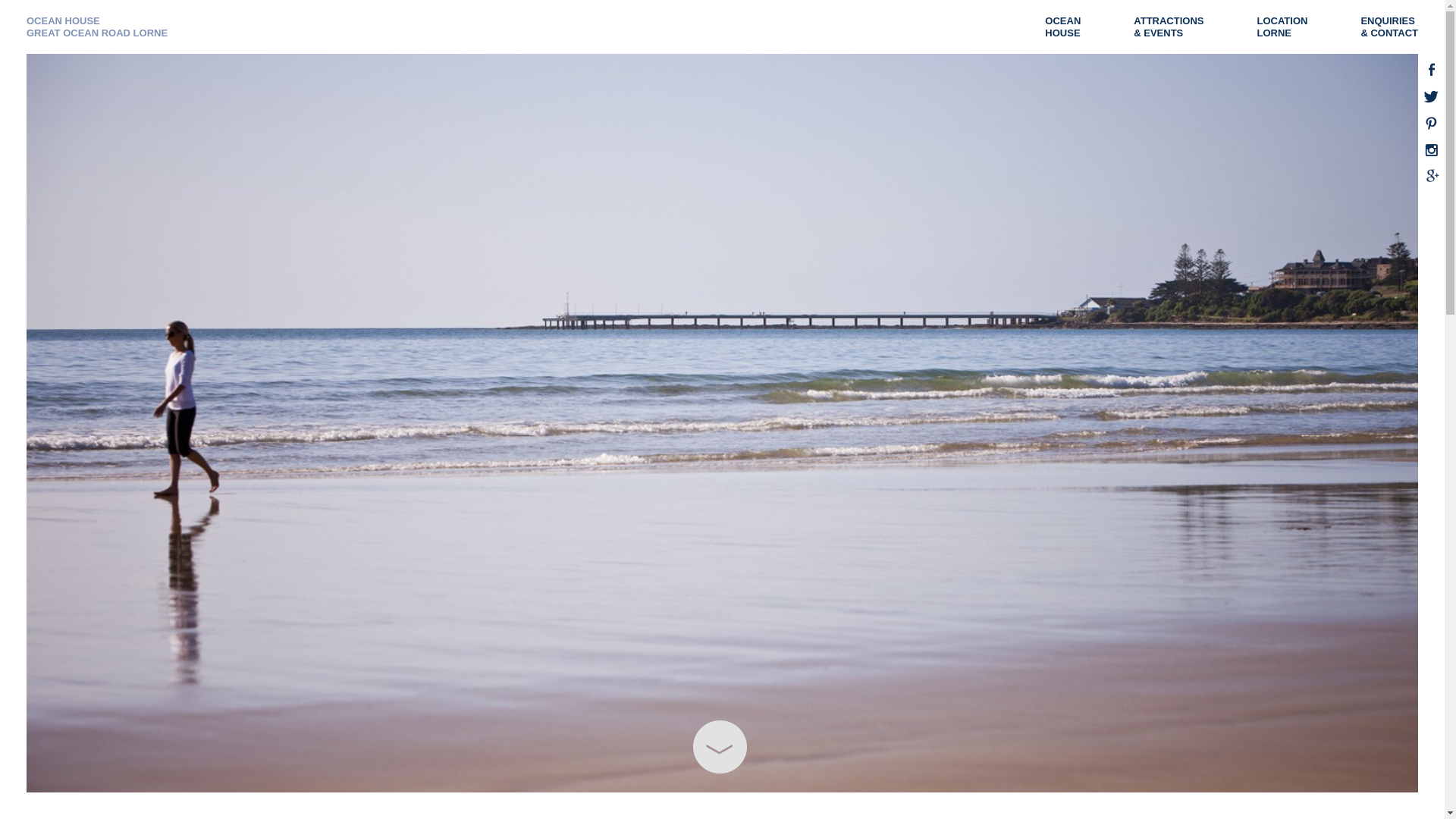  What do you see at coordinates (1396, 27) in the screenshot?
I see `'ENQUIRIES` at bounding box center [1396, 27].